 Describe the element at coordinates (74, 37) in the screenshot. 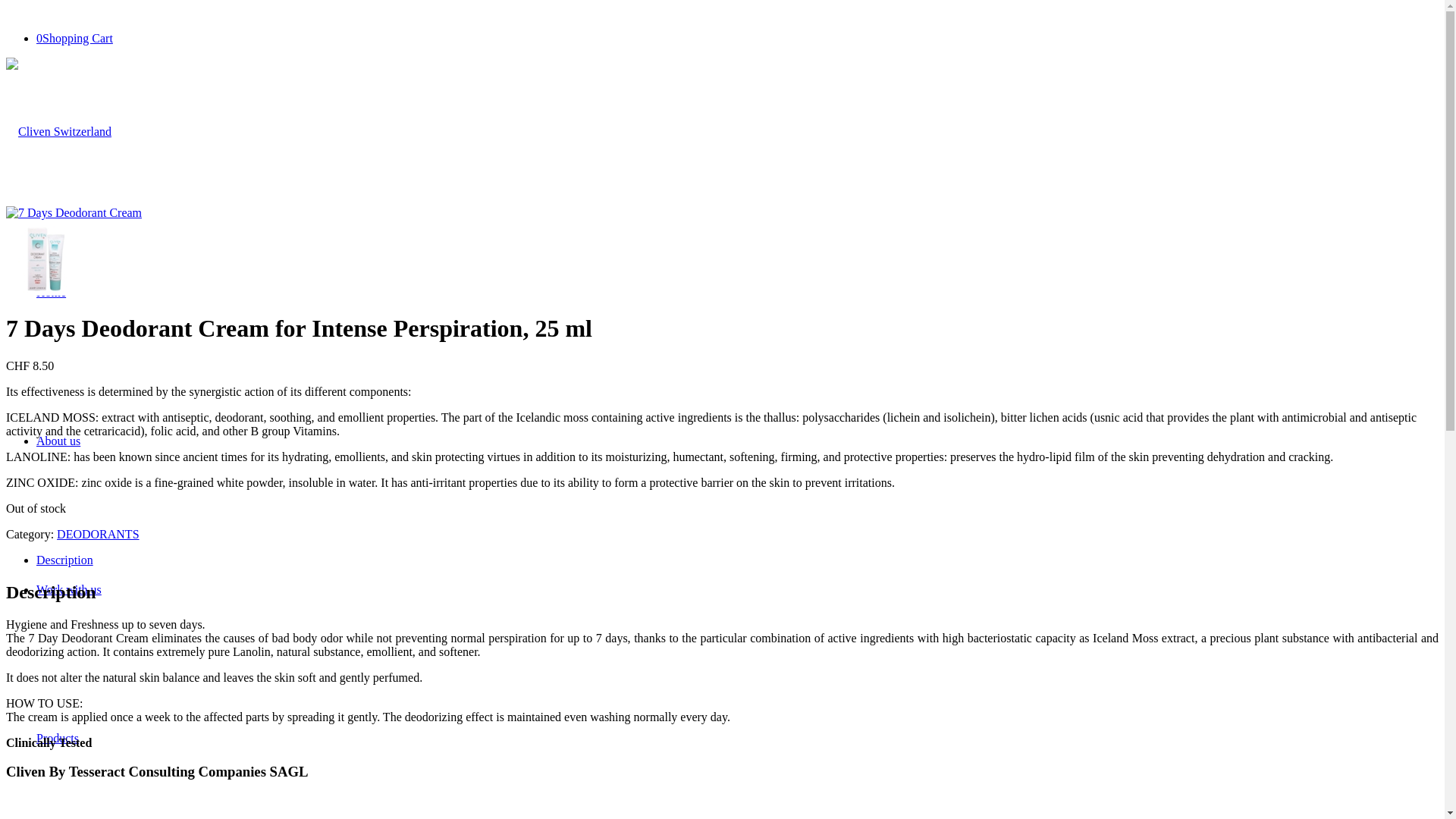

I see `'0Shopping Cart'` at that location.